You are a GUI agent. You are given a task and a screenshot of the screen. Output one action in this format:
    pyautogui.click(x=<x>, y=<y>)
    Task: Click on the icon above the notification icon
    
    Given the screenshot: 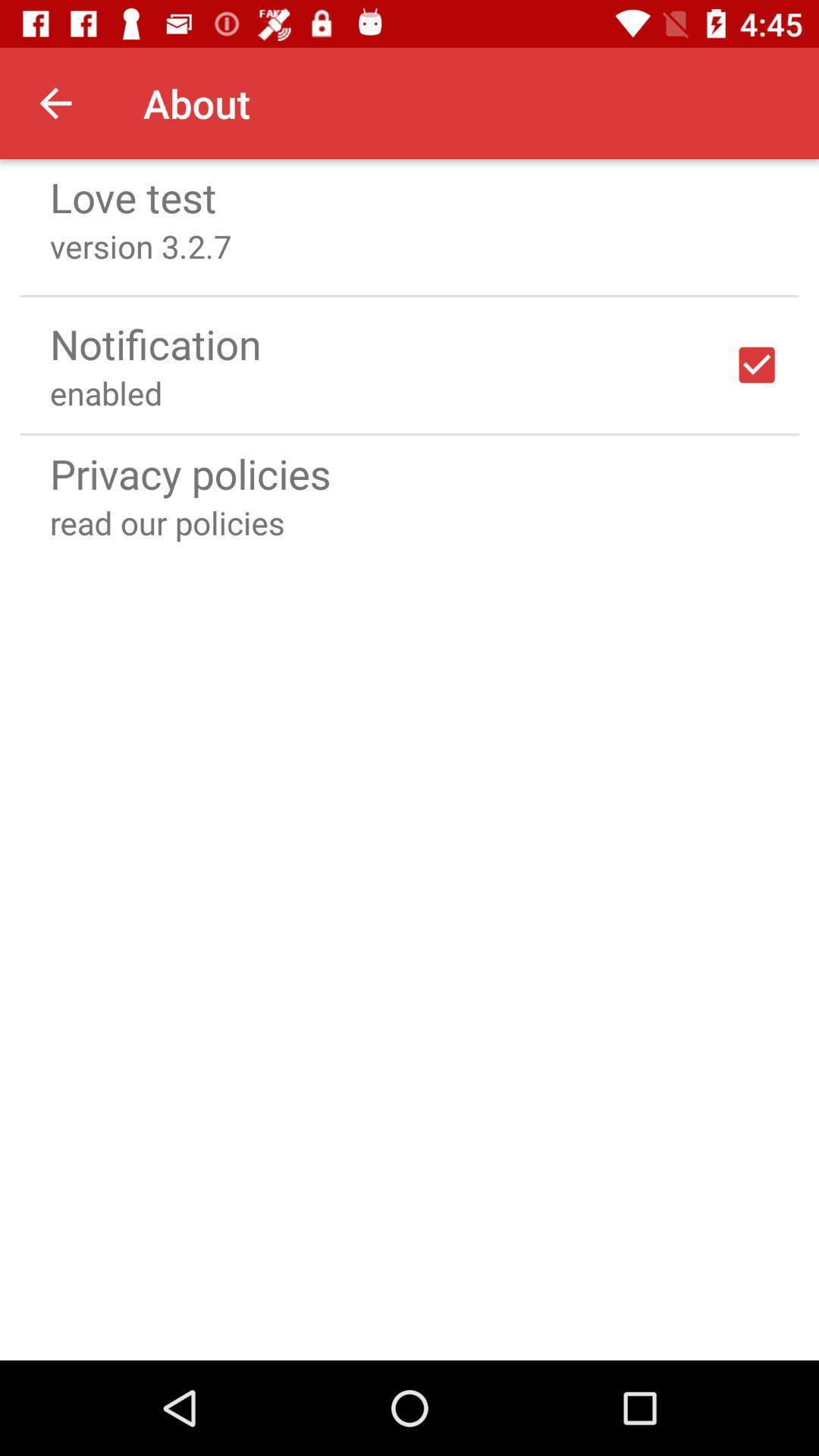 What is the action you would take?
    pyautogui.click(x=409, y=296)
    